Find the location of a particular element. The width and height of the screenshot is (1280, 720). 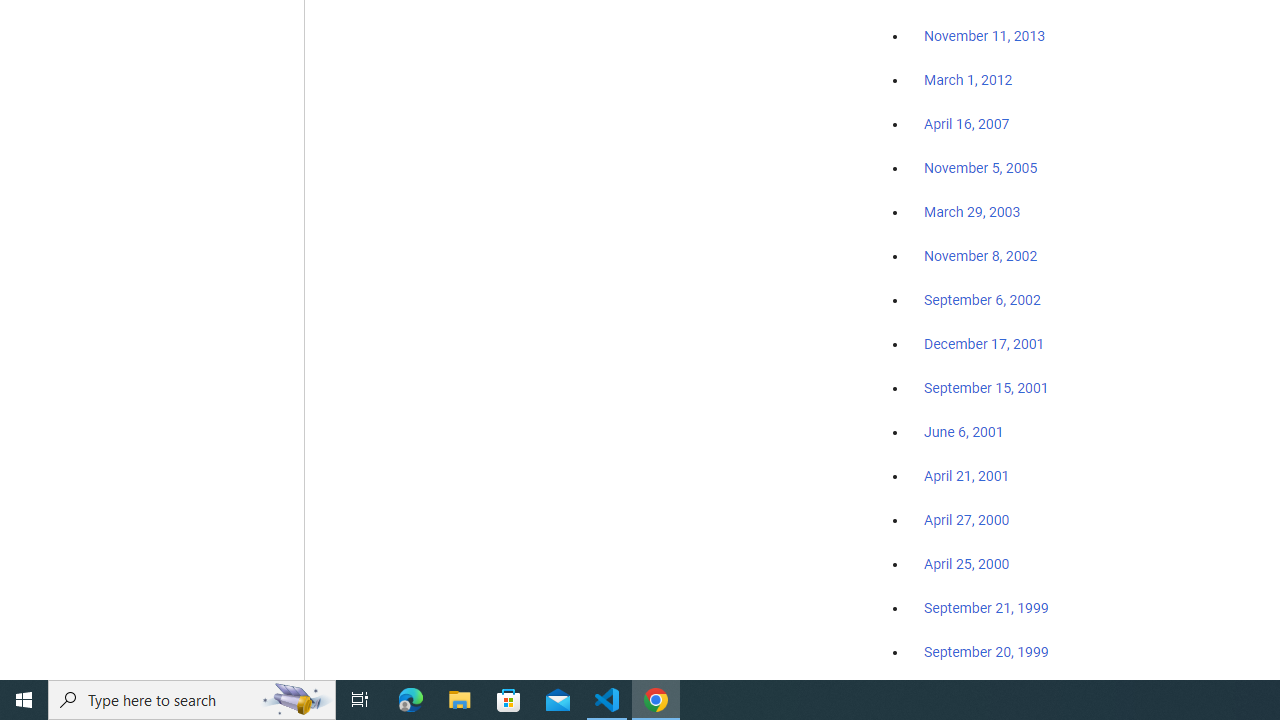

'April 27, 2000' is located at coordinates (967, 519).